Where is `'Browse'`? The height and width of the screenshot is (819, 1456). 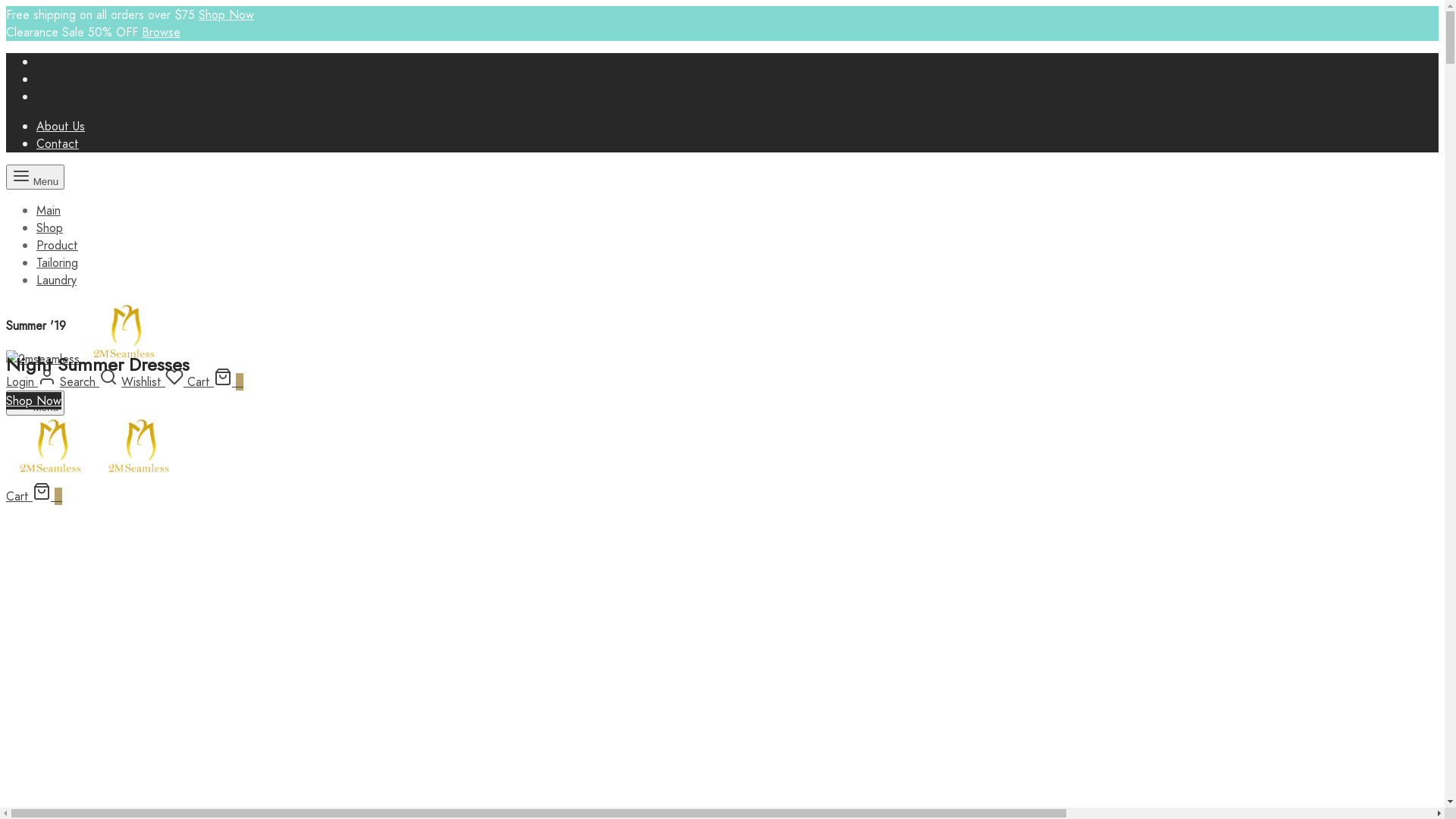
'Browse' is located at coordinates (161, 32).